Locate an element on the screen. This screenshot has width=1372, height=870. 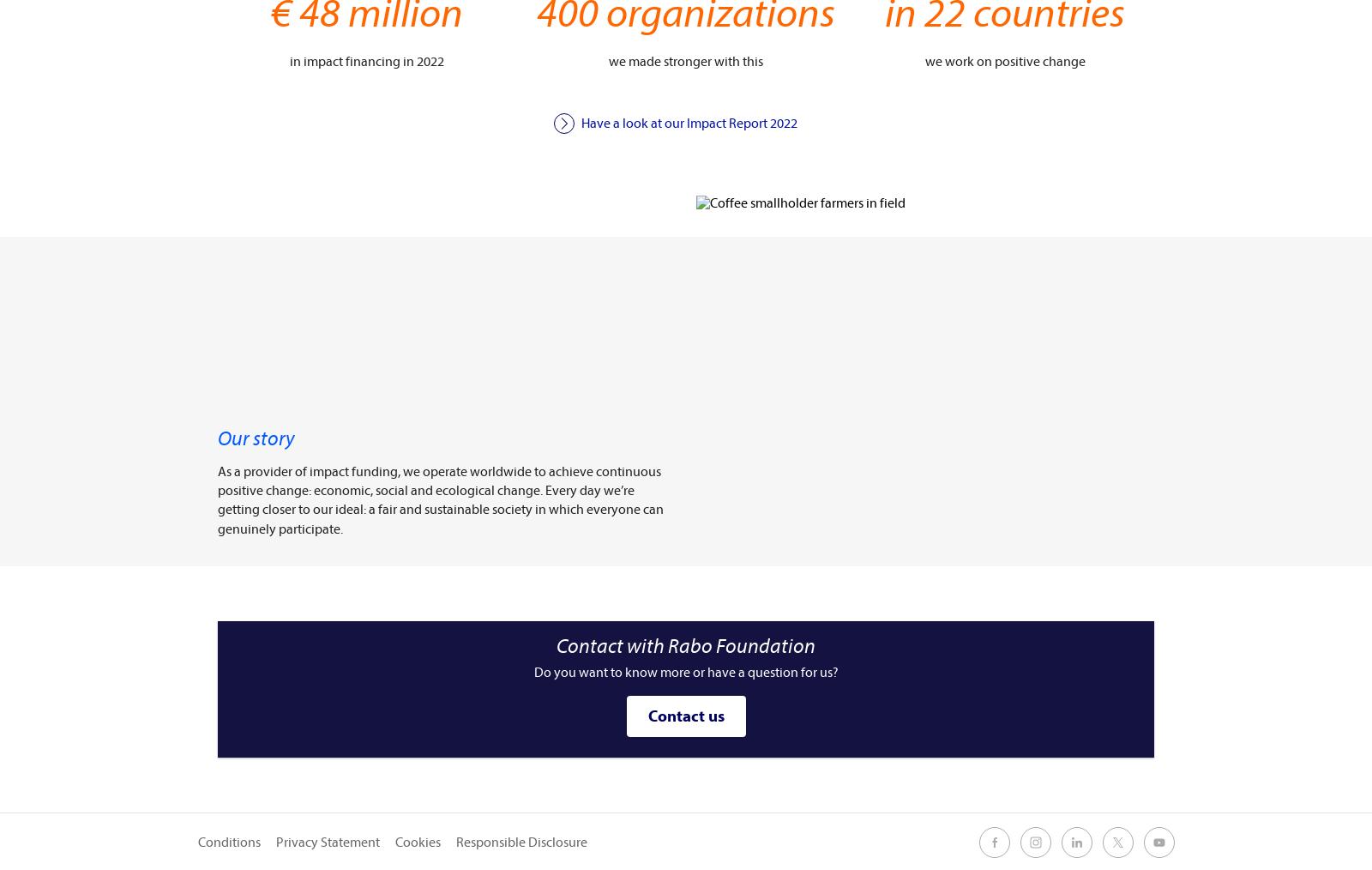
'As a provider of impact funding, we operate worldwide to achieve continuous positive change: economic, social and ecological change. Every day we’re getting closer to our ideal: a fair and sustainable society in which everyone can genuinely participate.' is located at coordinates (440, 498).